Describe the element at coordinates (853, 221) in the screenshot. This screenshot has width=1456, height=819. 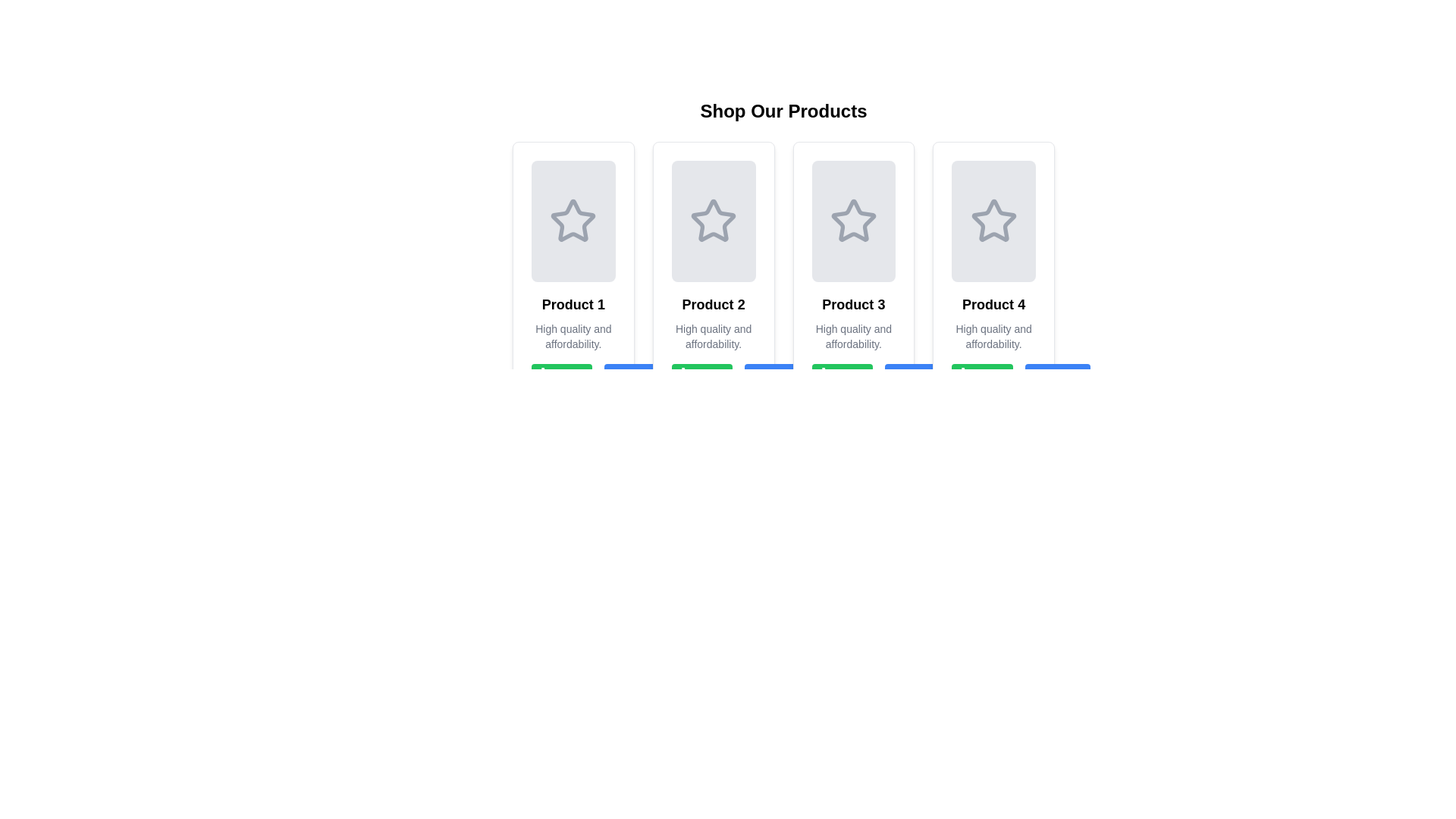
I see `the star icon with a hollow center and gray color, indicating an inactive state, located within the 'Product 3' card` at that location.